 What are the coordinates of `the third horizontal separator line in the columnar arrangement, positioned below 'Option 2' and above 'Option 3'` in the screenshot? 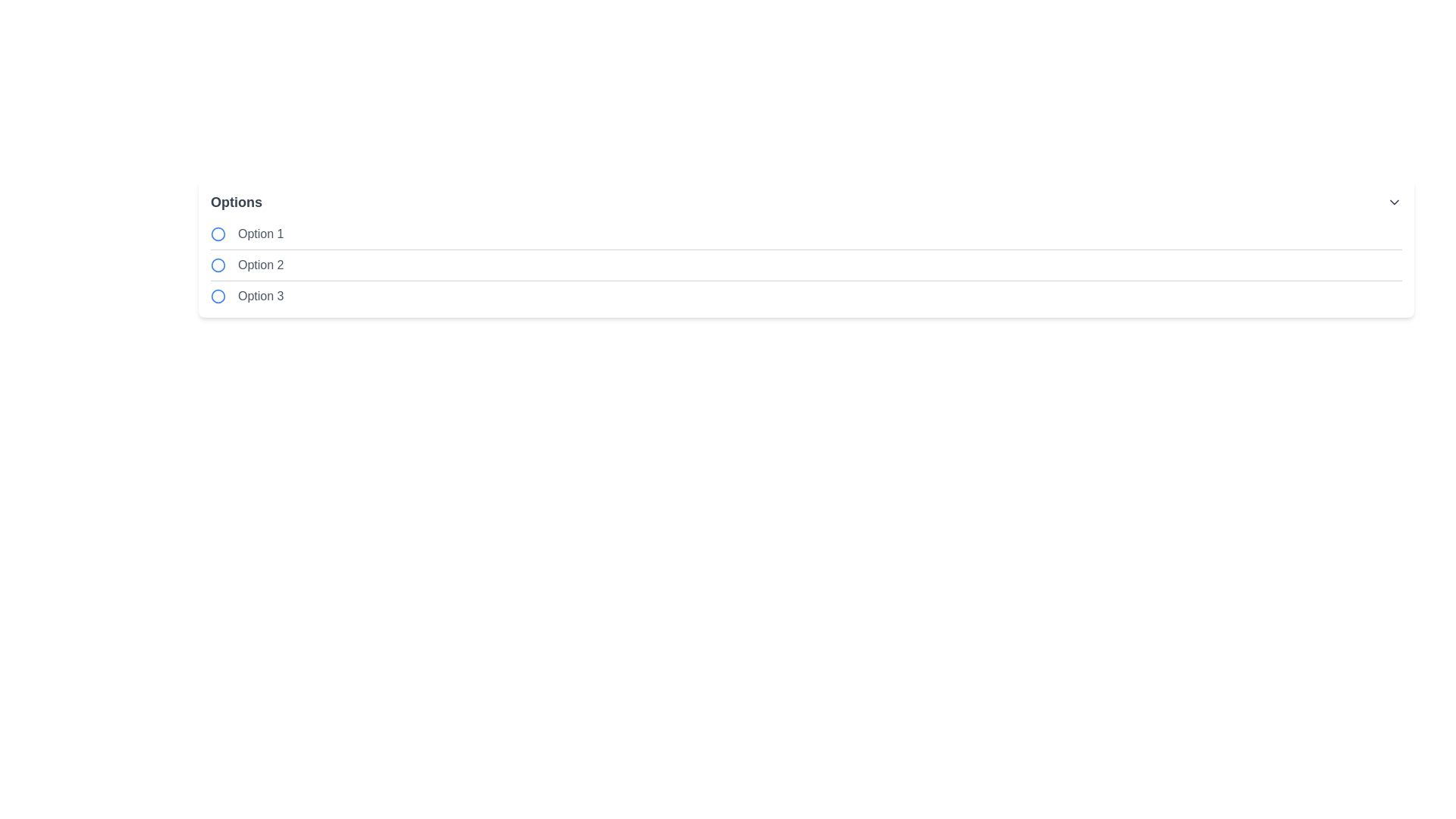 It's located at (805, 281).